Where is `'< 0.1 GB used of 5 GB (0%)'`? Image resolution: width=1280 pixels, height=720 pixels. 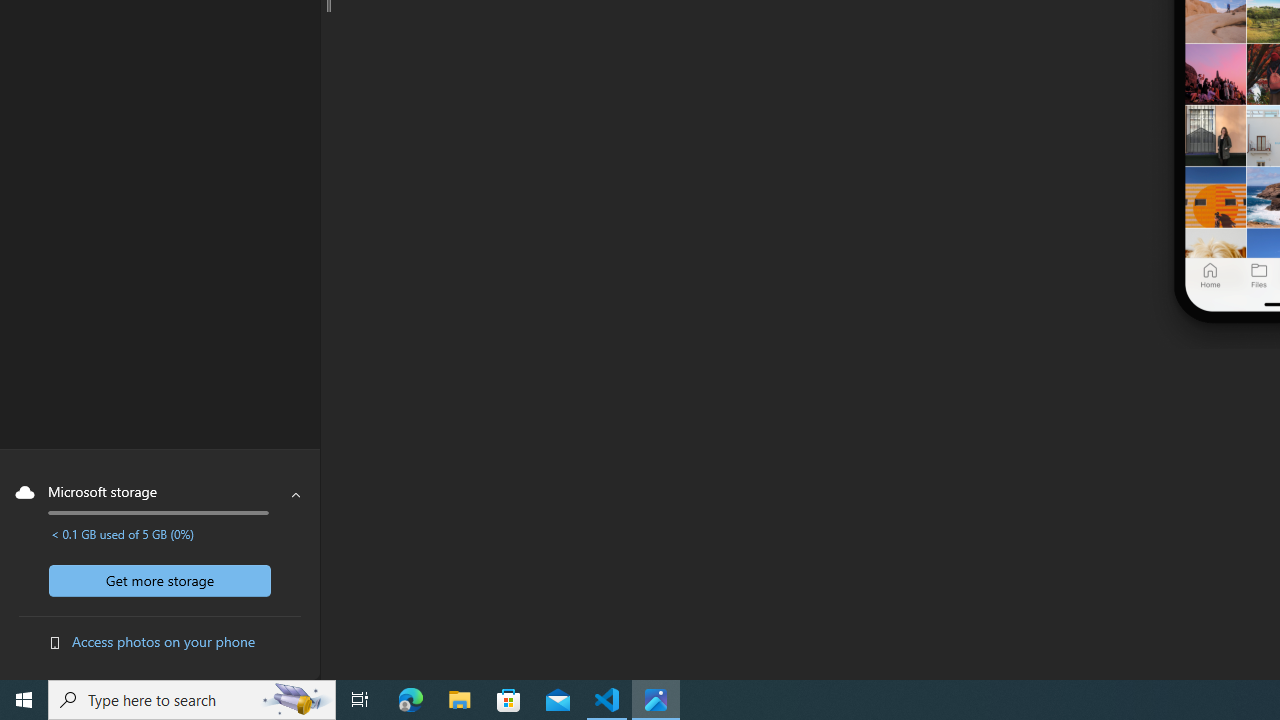
'< 0.1 GB used of 5 GB (0%)' is located at coordinates (121, 532).